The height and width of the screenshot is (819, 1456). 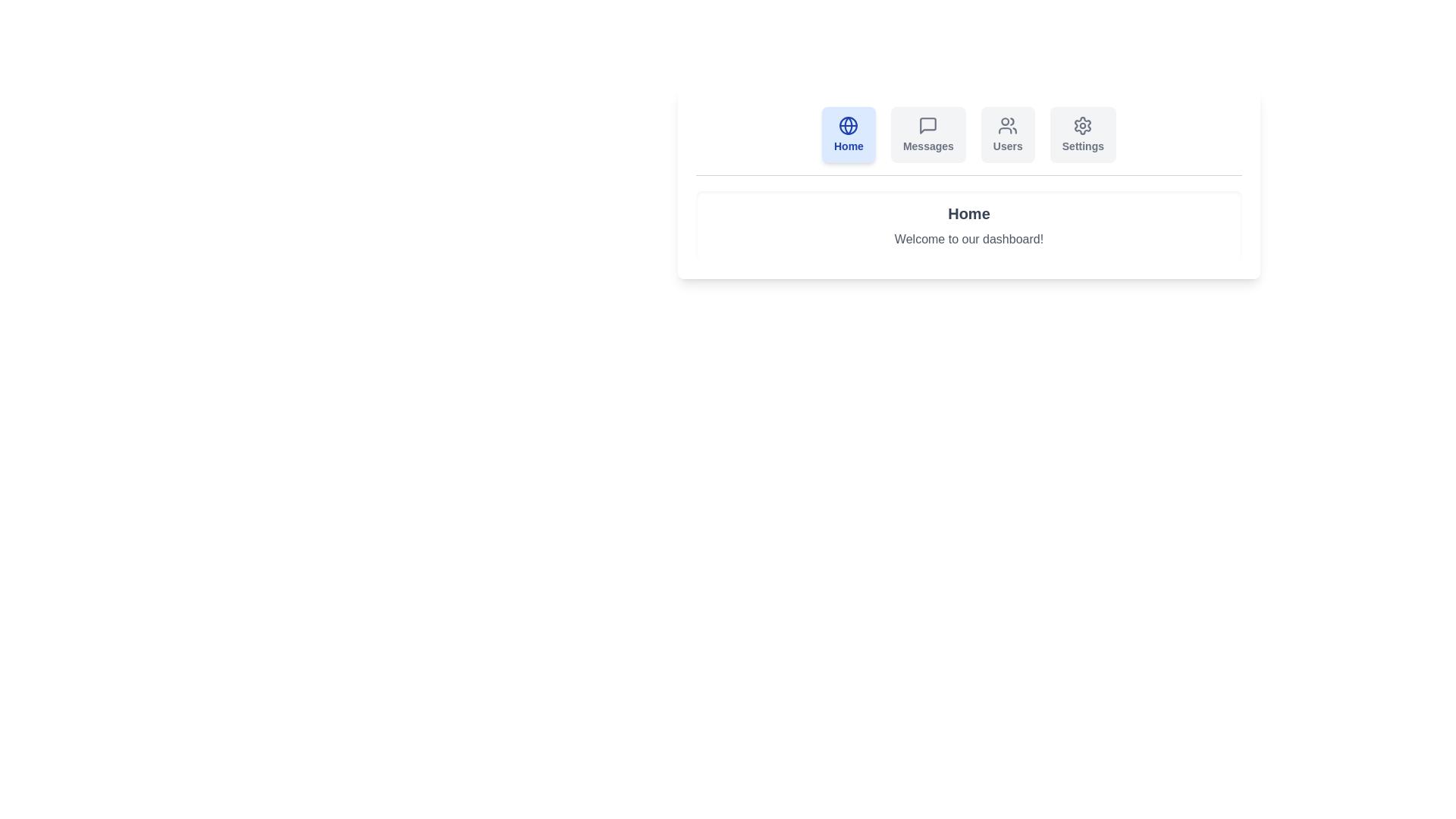 What do you see at coordinates (1082, 133) in the screenshot?
I see `the tab labeled Settings to observe its hover effect` at bounding box center [1082, 133].